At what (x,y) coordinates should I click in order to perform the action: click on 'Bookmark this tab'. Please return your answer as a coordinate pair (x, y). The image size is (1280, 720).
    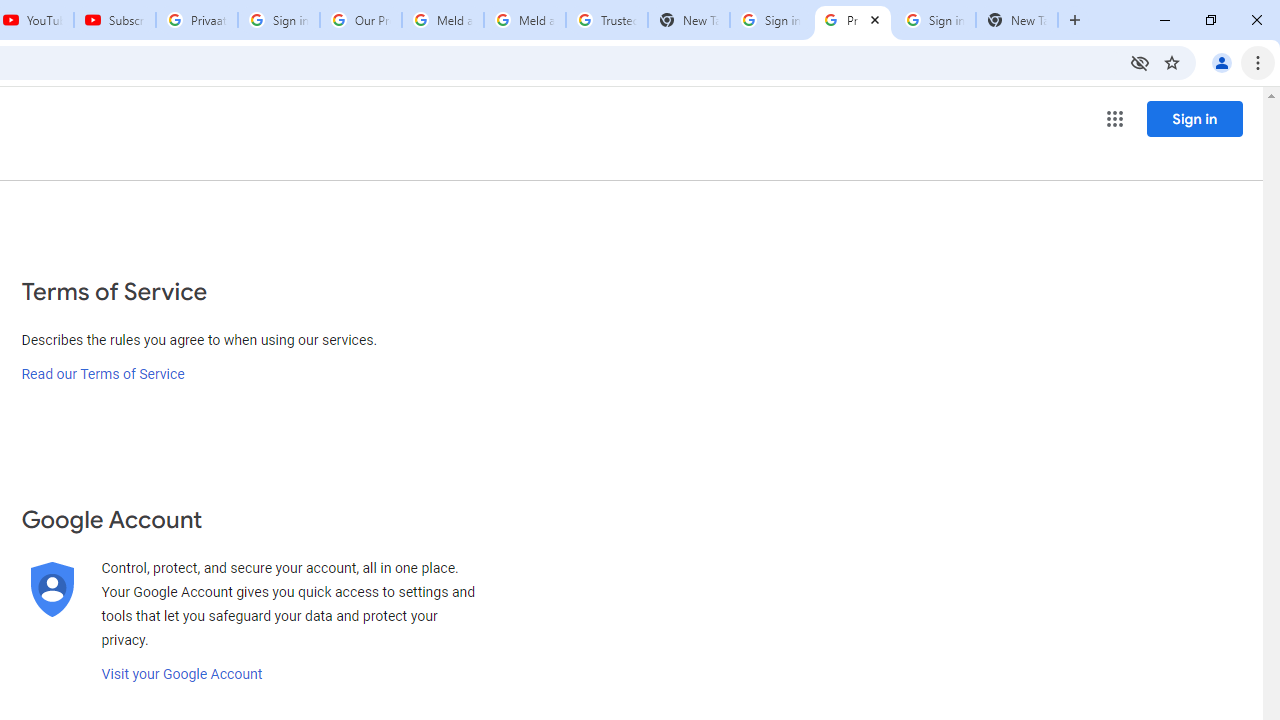
    Looking at the image, I should click on (1171, 61).